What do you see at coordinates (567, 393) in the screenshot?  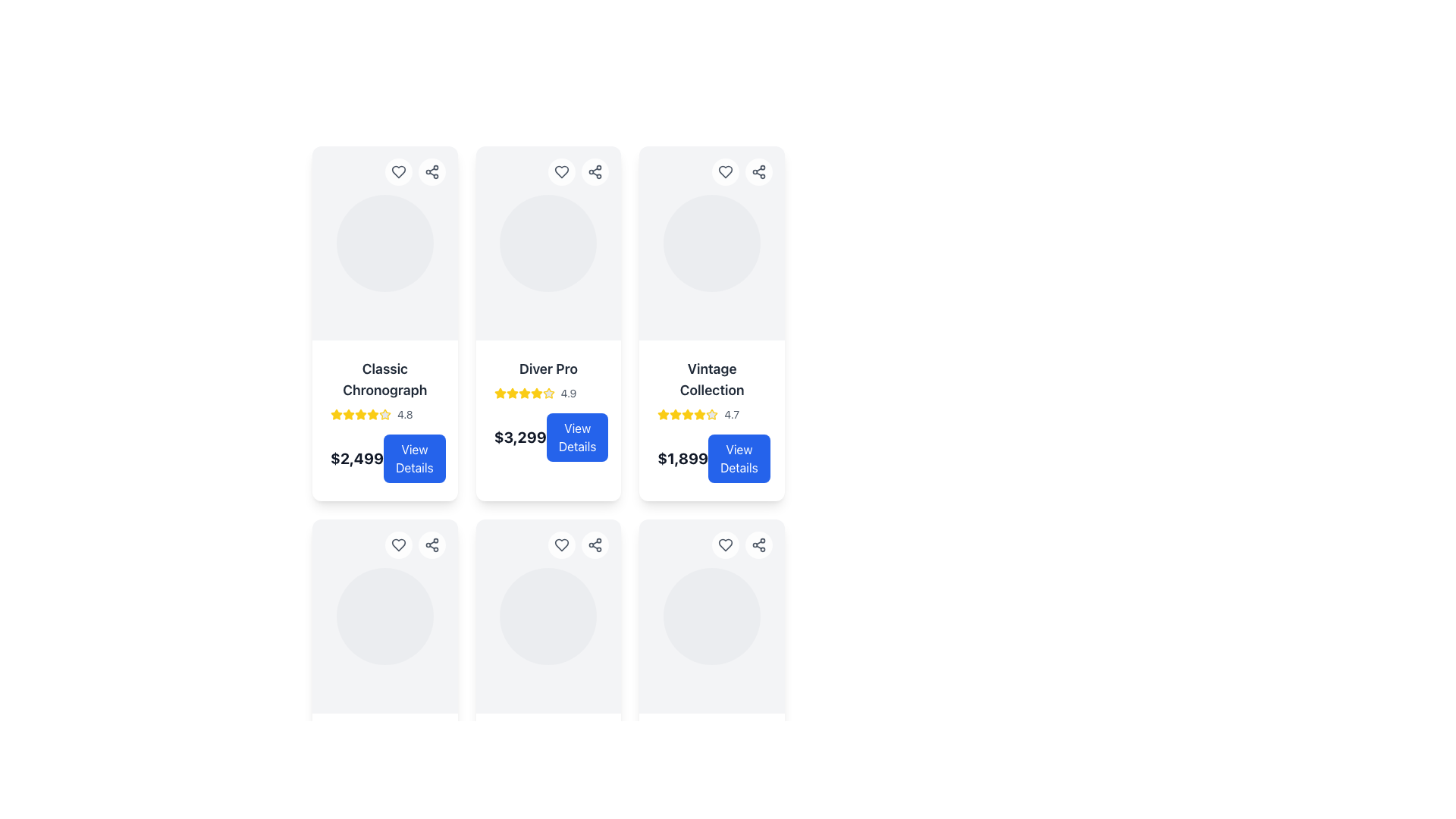 I see `the rating label that displays the numerical representation of a product's overall score, positioned at the end of a horizontal sequence of stars on the 'Diver Pro' card in the second column of the grid layout` at bounding box center [567, 393].